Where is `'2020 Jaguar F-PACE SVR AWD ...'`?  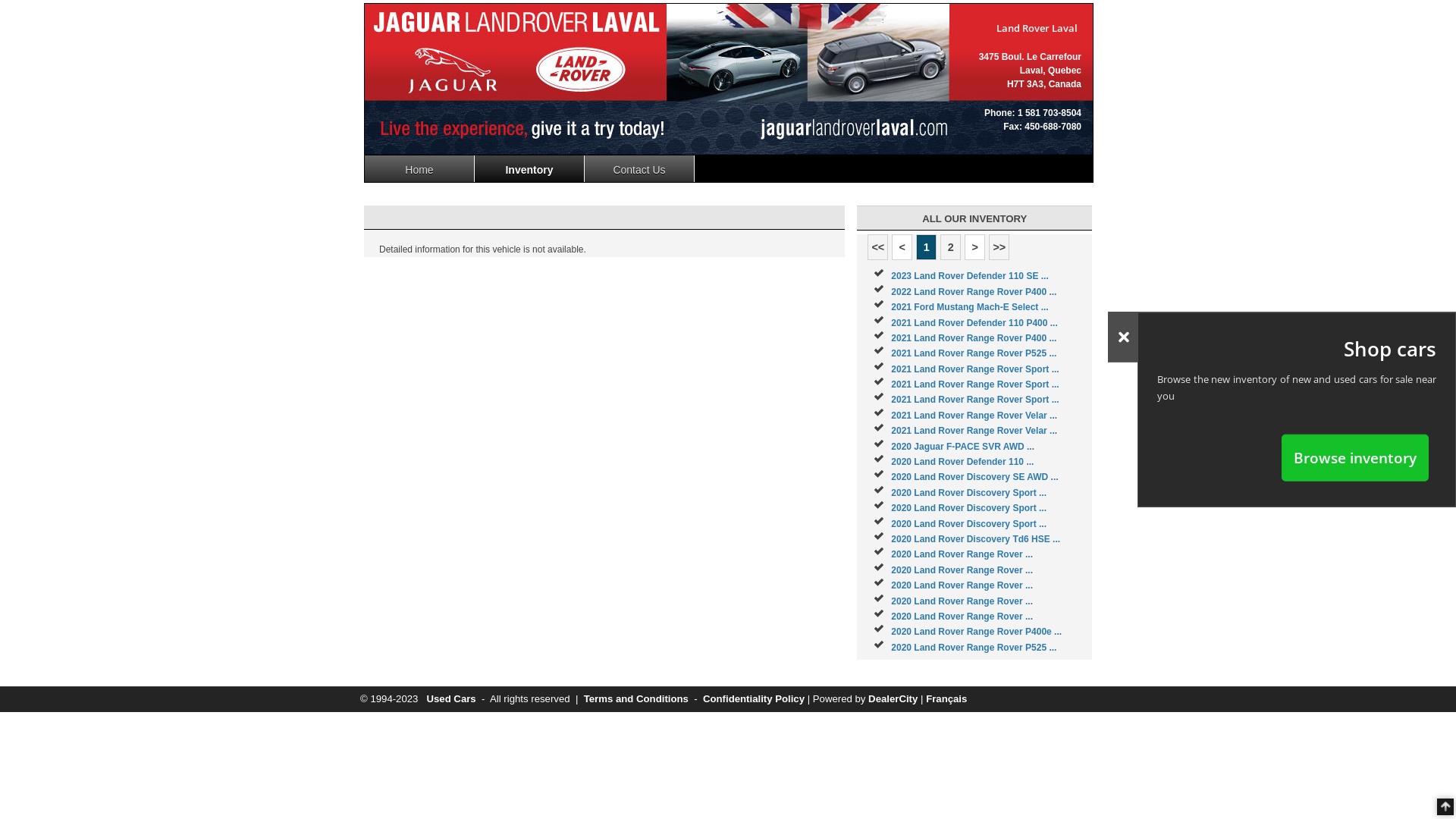 '2020 Jaguar F-PACE SVR AWD ...' is located at coordinates (891, 446).